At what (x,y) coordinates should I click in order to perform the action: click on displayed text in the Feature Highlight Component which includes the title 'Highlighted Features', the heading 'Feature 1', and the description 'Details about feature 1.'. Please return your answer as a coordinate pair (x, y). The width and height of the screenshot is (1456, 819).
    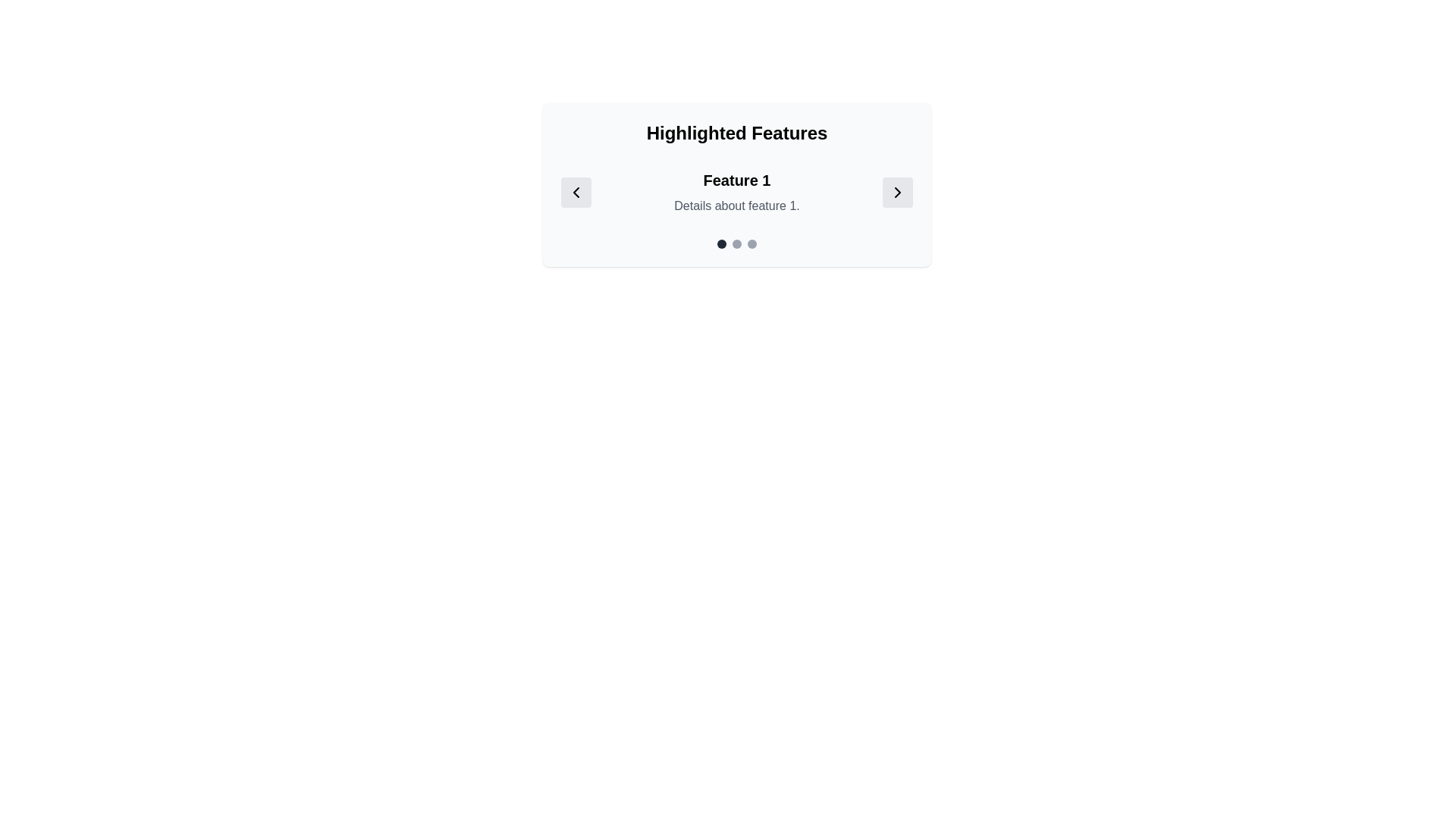
    Looking at the image, I should click on (736, 184).